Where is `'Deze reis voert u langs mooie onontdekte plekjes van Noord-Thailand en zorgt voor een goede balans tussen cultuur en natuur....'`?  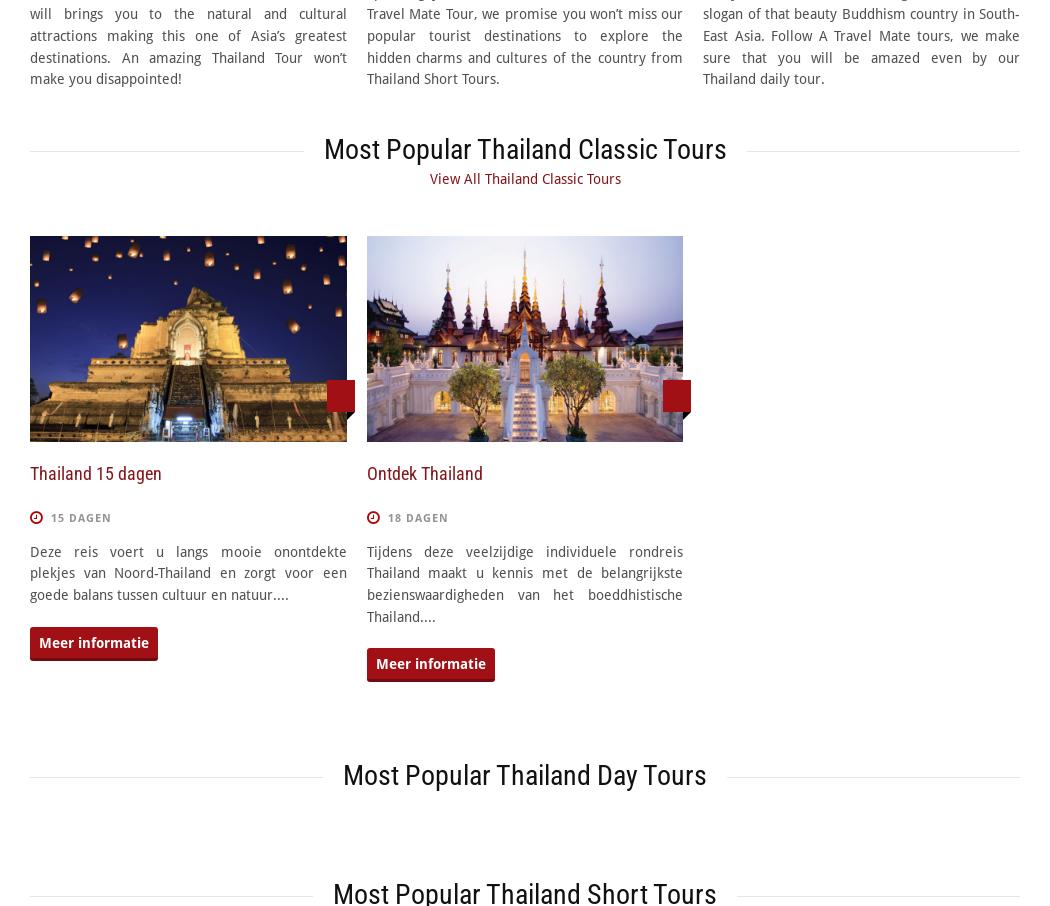
'Deze reis voert u langs mooie onontdekte plekjes van Noord-Thailand en zorgt voor een goede balans tussen cultuur en natuur....' is located at coordinates (187, 572).